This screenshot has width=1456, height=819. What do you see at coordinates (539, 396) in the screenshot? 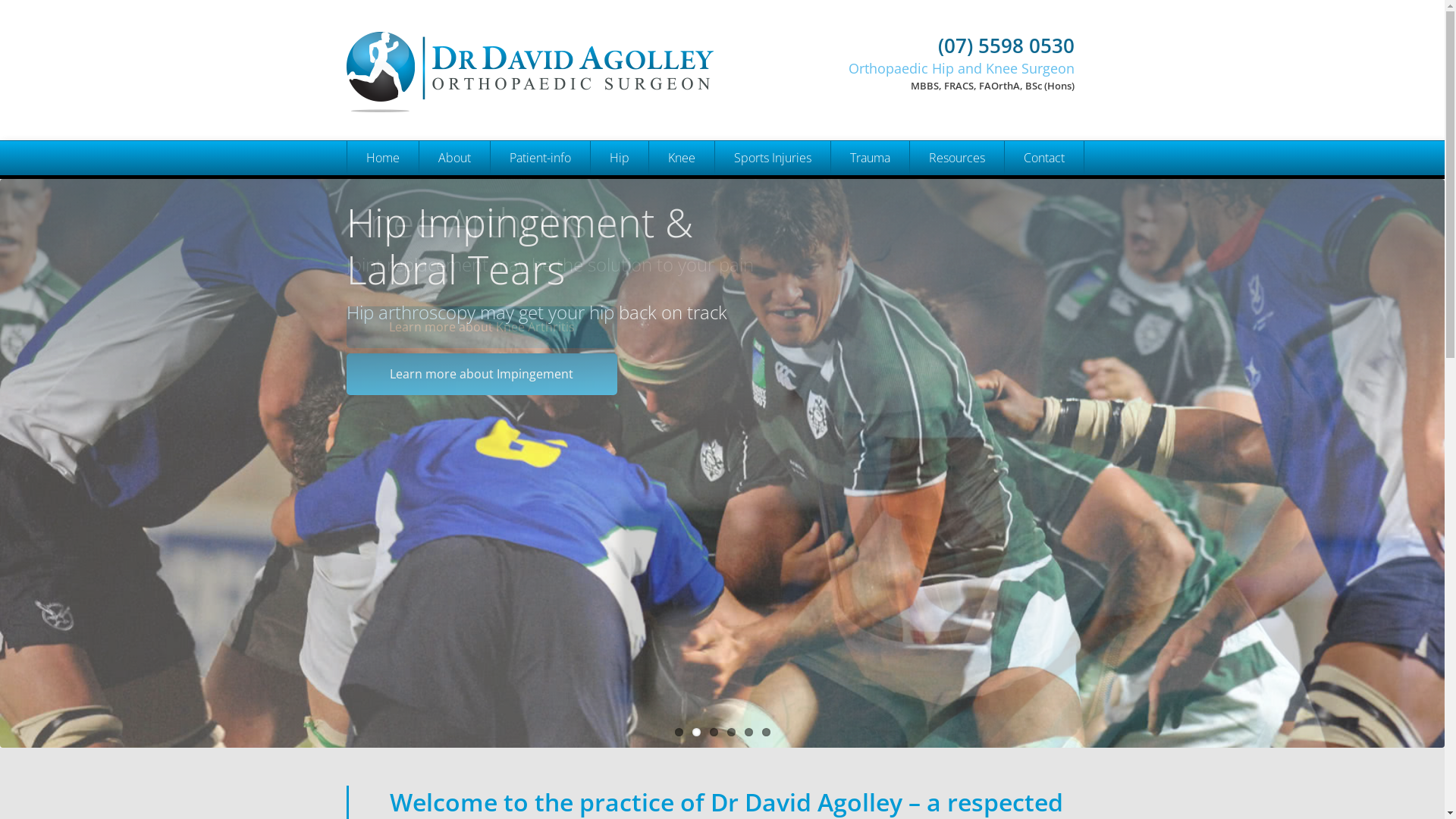
I see `'Planning for surgery'` at bounding box center [539, 396].